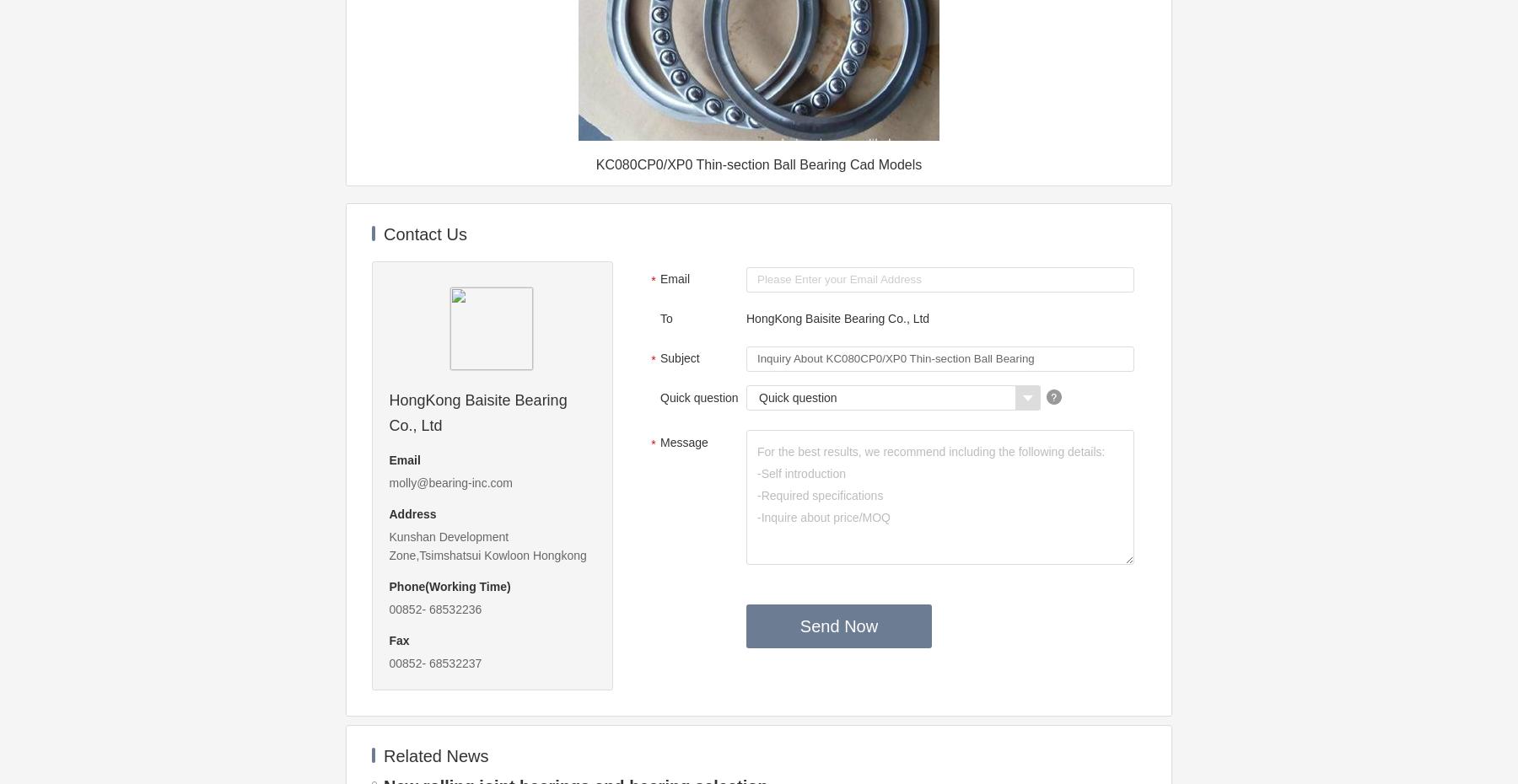  What do you see at coordinates (837, 626) in the screenshot?
I see `'Send Now'` at bounding box center [837, 626].